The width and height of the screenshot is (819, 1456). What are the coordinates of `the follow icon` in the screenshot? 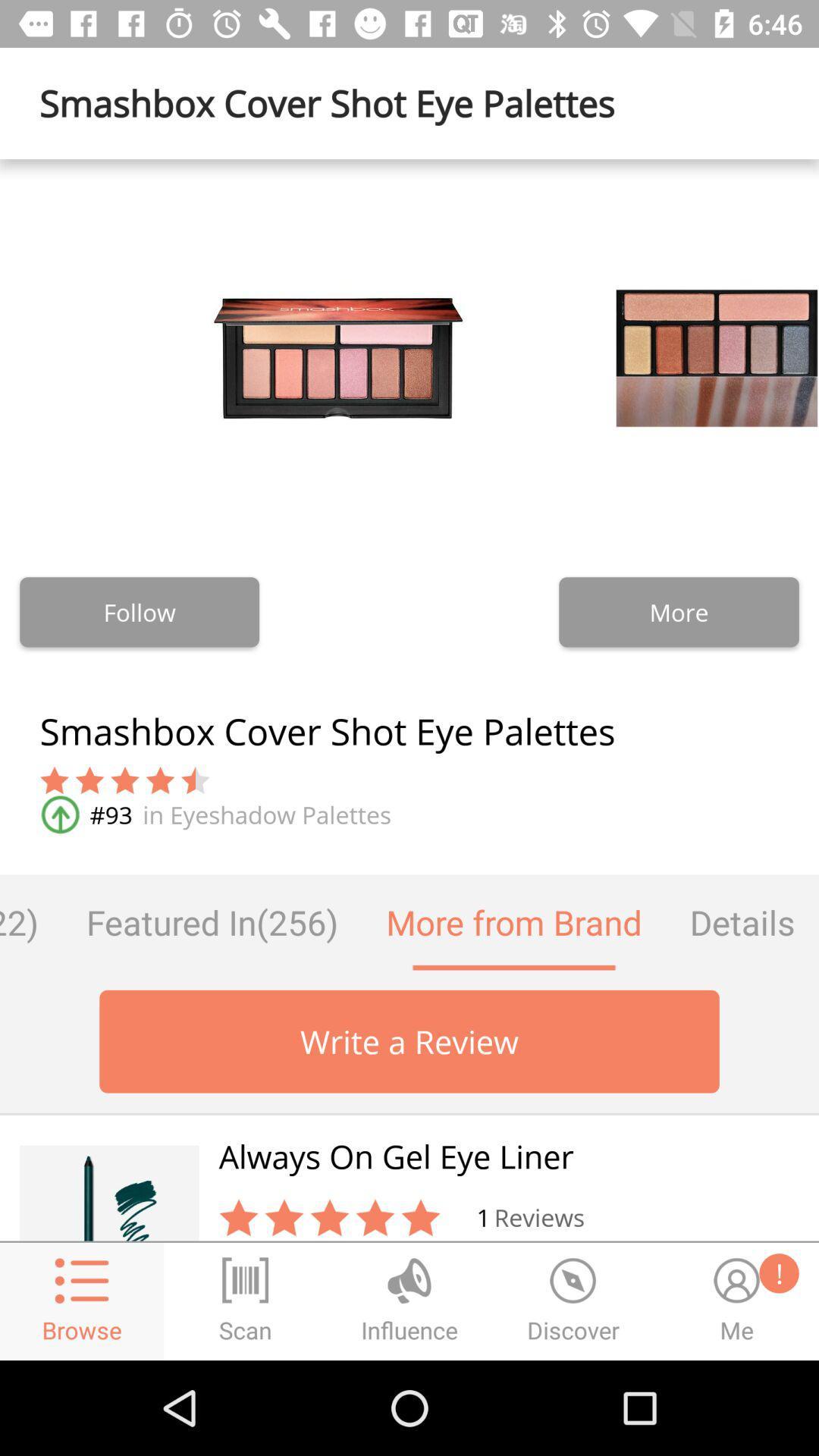 It's located at (140, 612).